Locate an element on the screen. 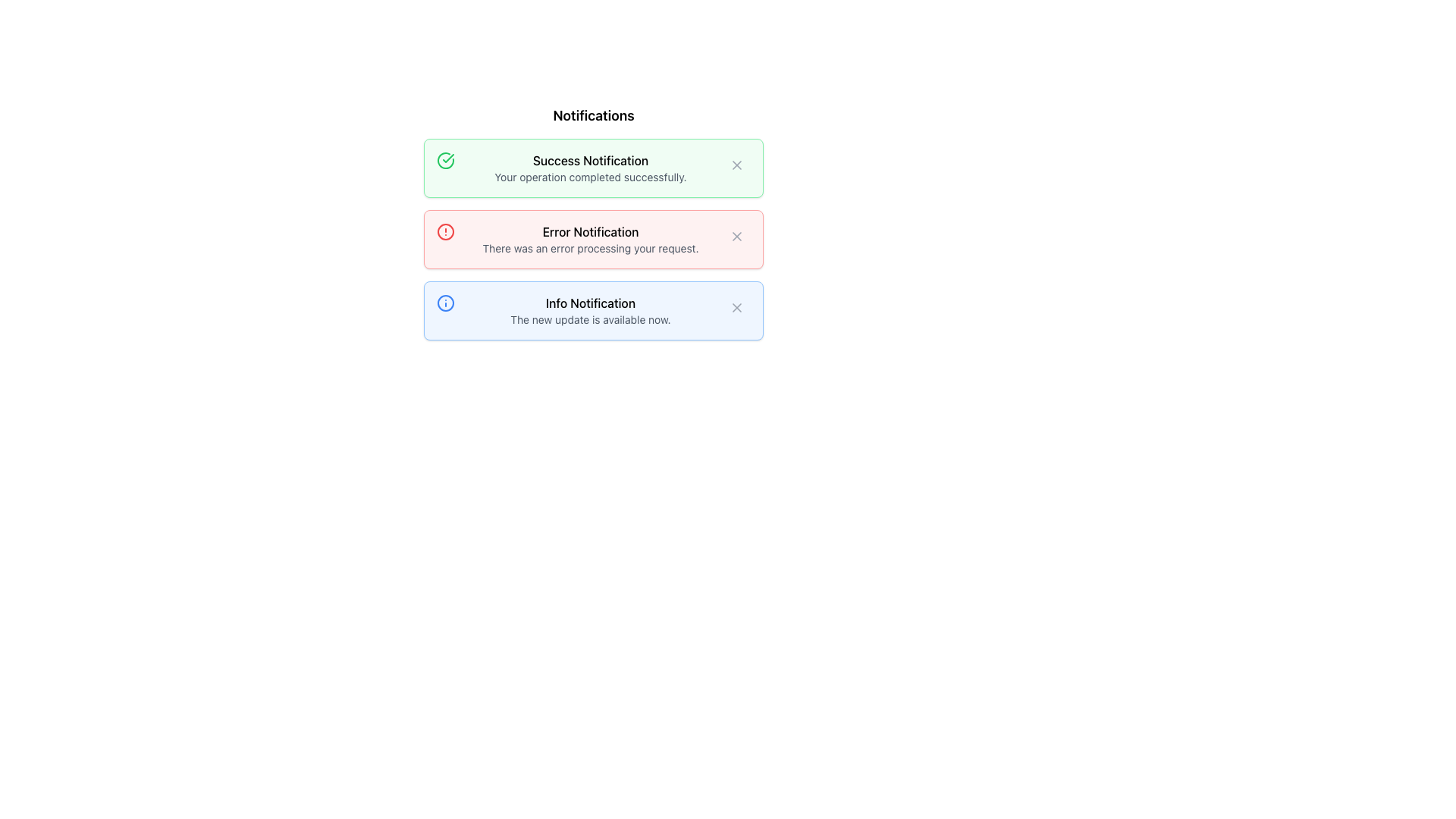  text content of the 'Info Notification' block, which includes the title and the descriptive text below it is located at coordinates (589, 309).